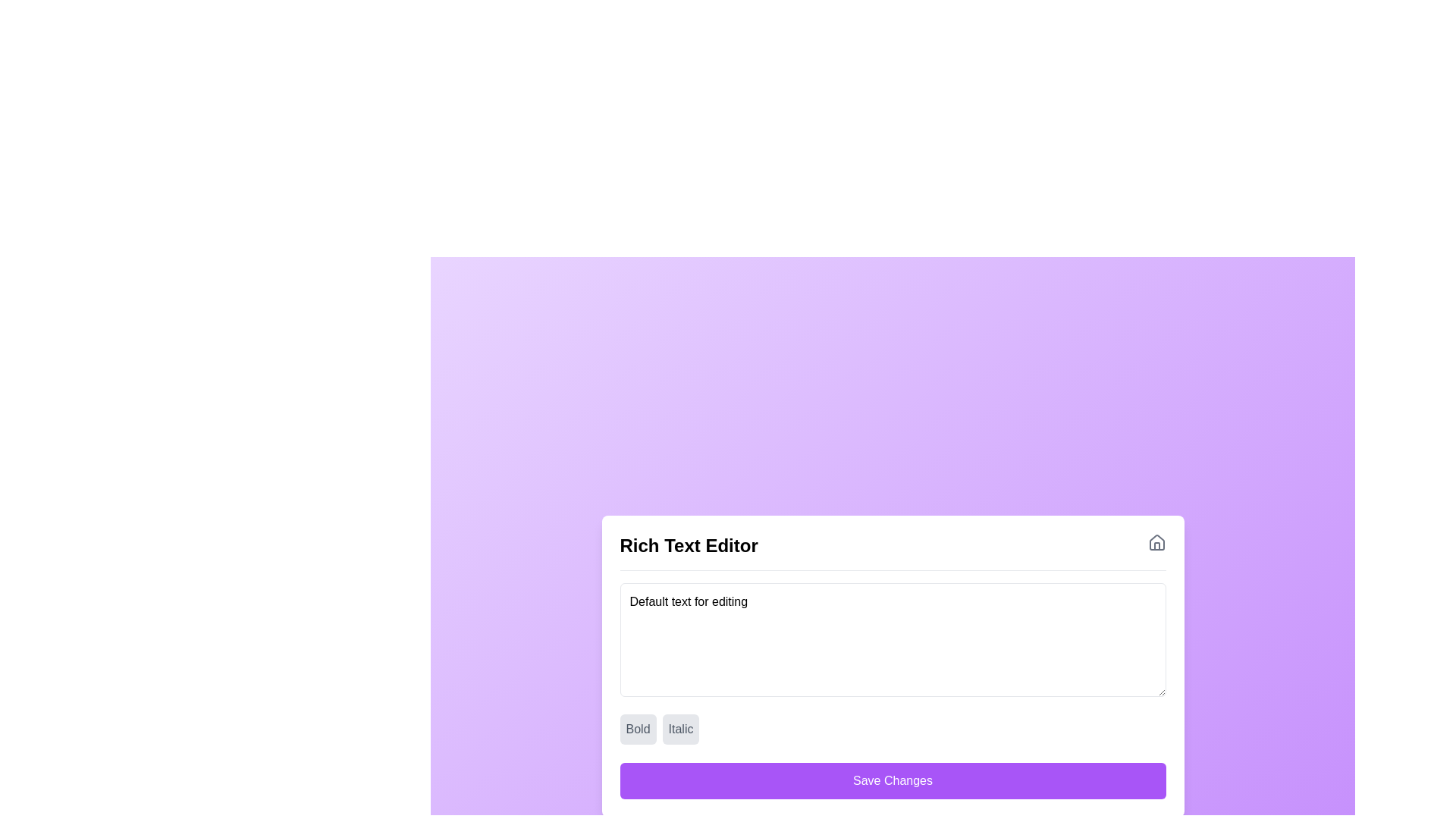 The height and width of the screenshot is (819, 1456). Describe the element at coordinates (1156, 546) in the screenshot. I see `the house-shaped icon located in the upper-right corner of the interface, which features a rectangular base and a triangular roof with a cut-out detail` at that location.